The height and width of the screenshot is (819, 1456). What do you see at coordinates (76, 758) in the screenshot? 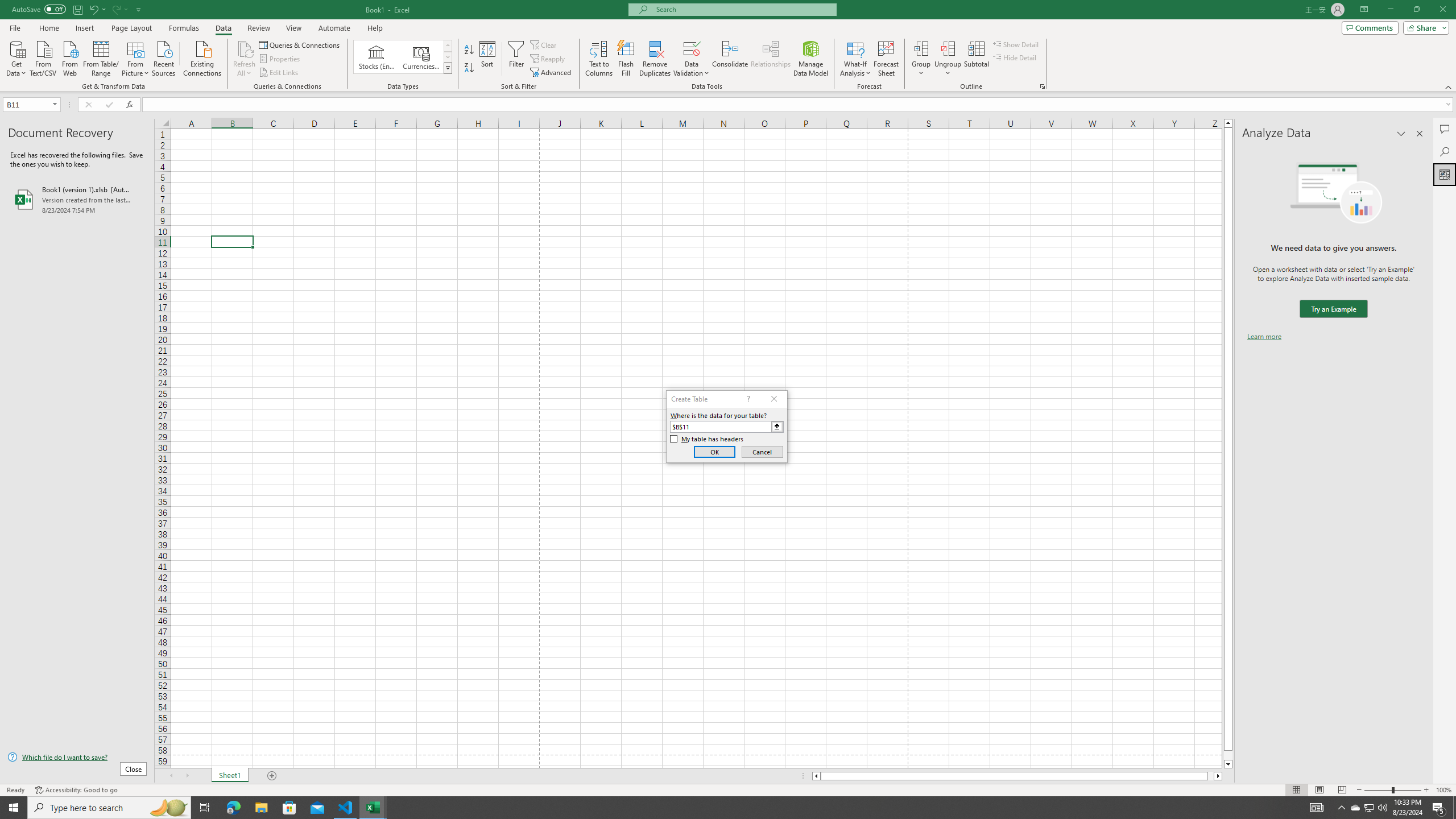
I see `'Which file do I want to save?'` at bounding box center [76, 758].